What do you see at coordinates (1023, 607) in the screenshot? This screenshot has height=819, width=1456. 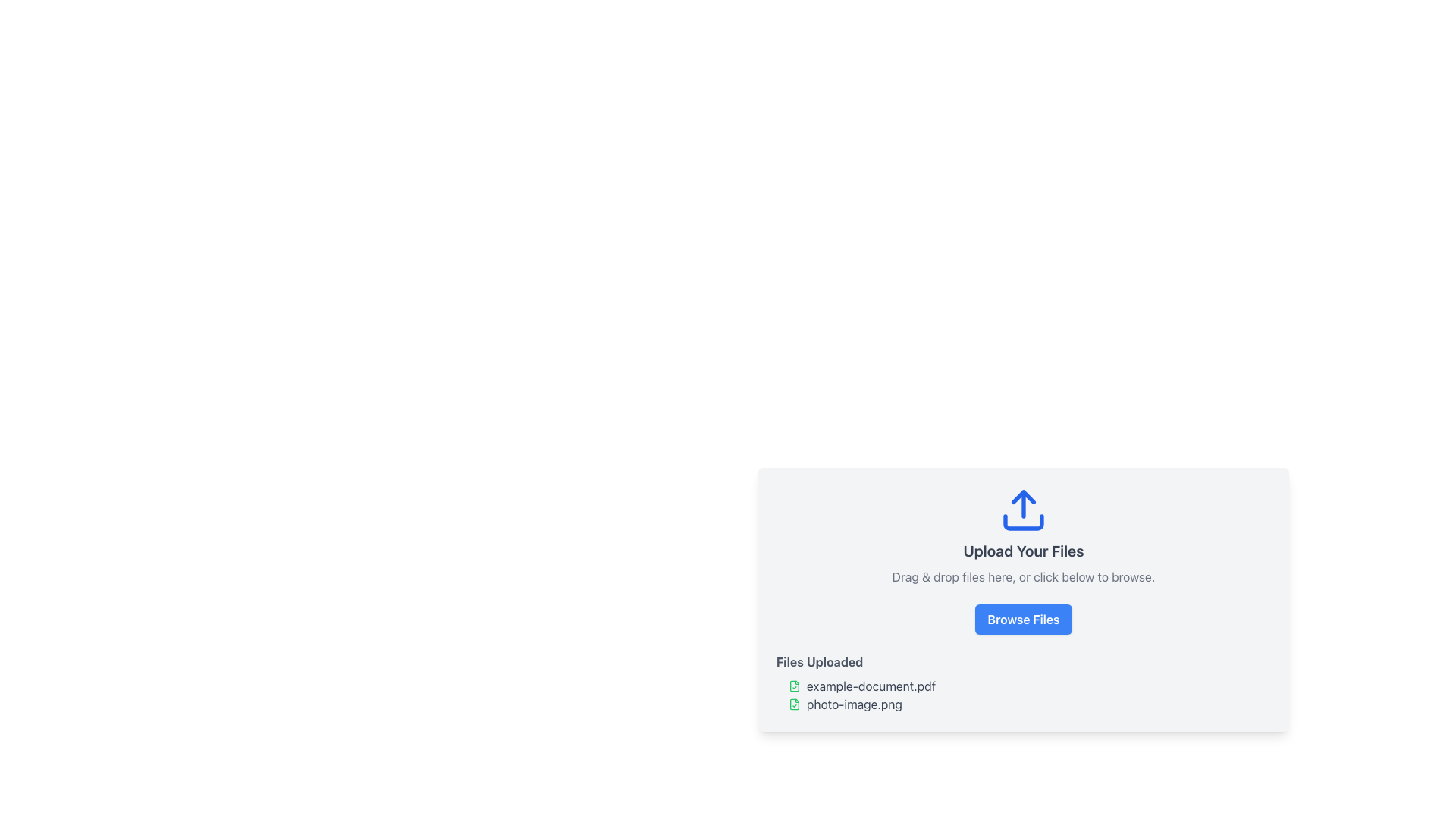 I see `the File upload interface, which has a light gray background, an upload icon, and a blue 'Browse Files' button` at bounding box center [1023, 607].